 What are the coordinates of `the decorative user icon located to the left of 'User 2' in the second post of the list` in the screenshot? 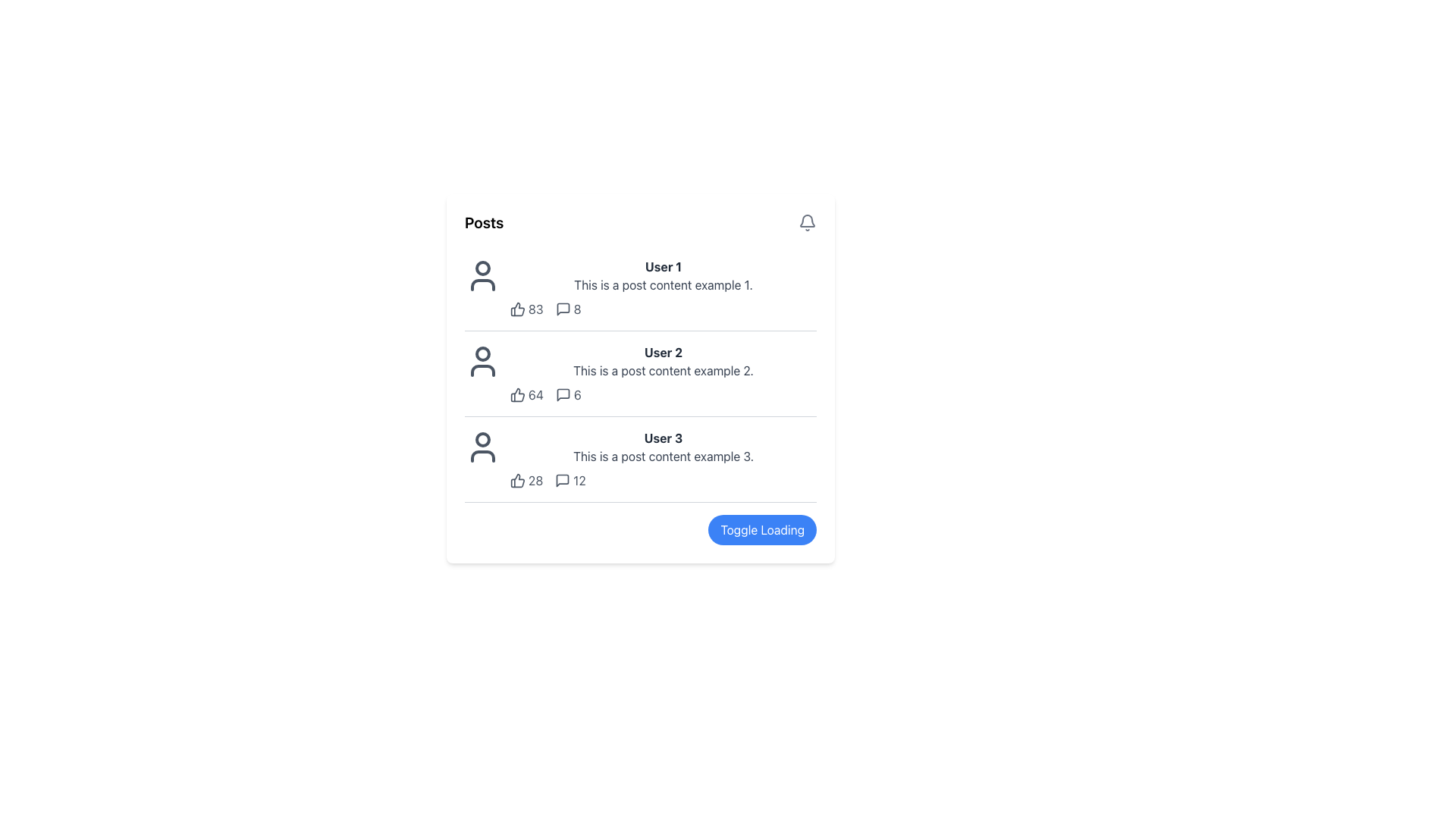 It's located at (482, 362).